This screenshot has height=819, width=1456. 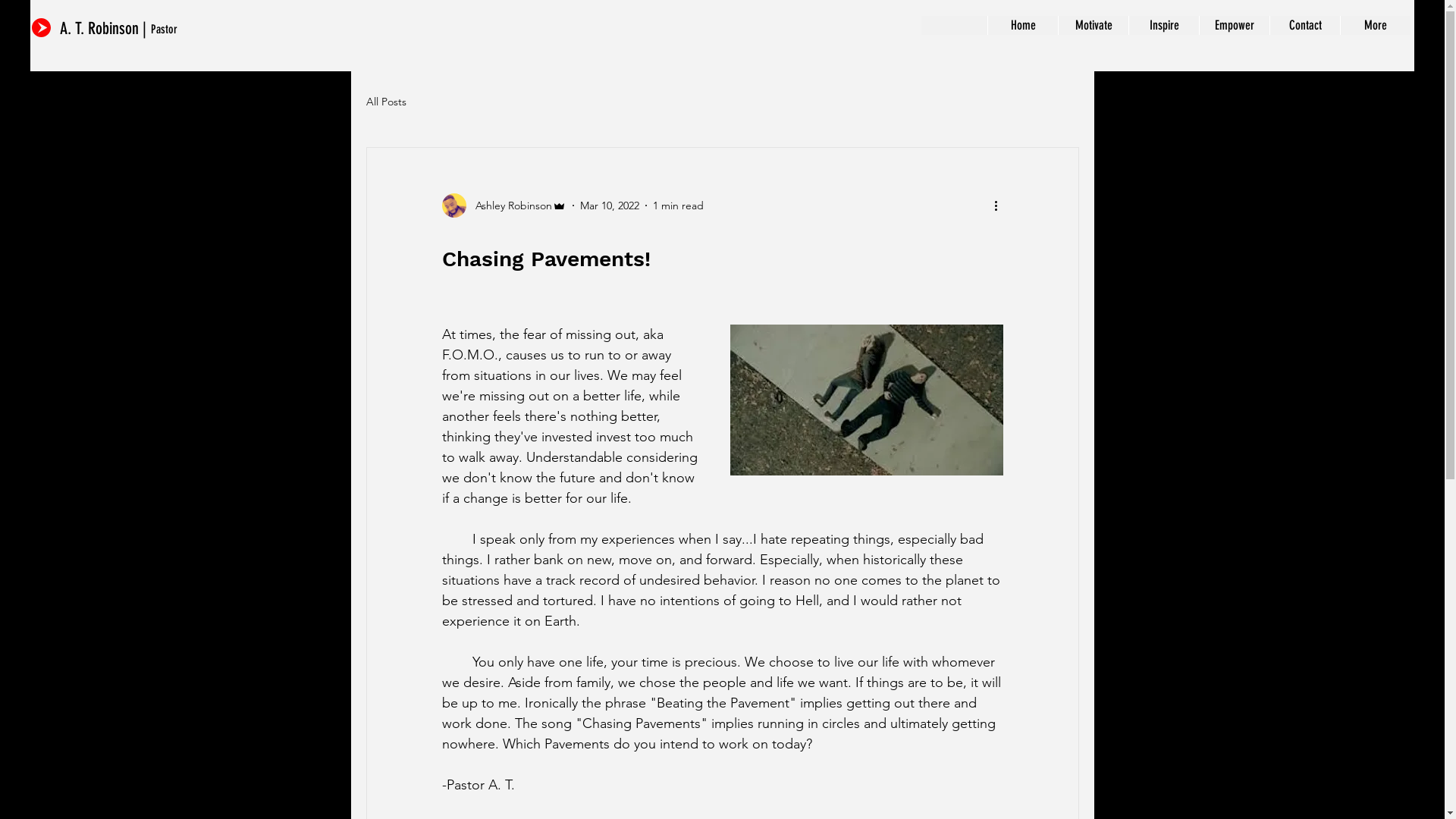 What do you see at coordinates (385, 102) in the screenshot?
I see `'All Posts'` at bounding box center [385, 102].